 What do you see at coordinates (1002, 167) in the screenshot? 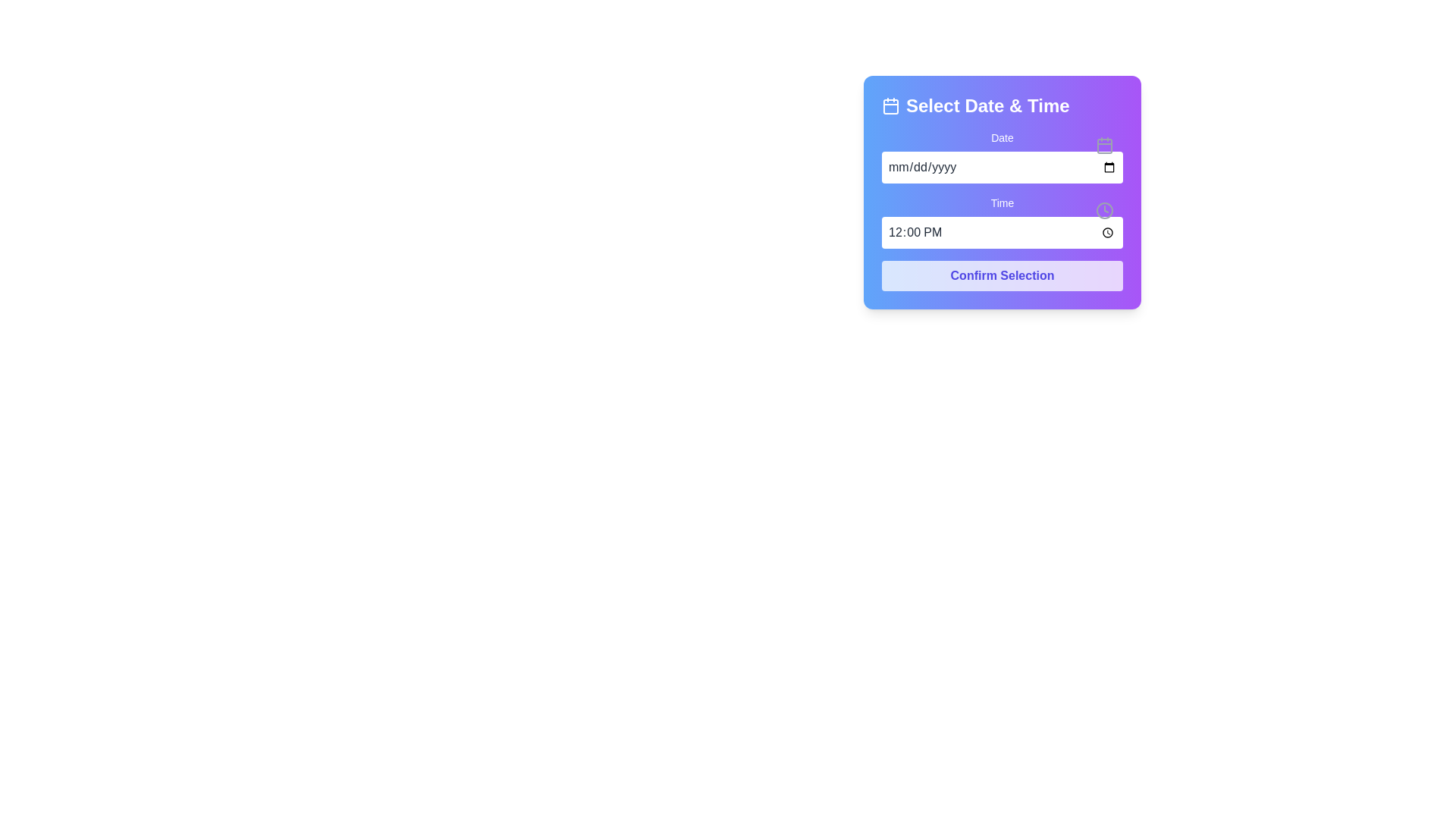
I see `the Date Input Field located centrally within the purple card` at bounding box center [1002, 167].